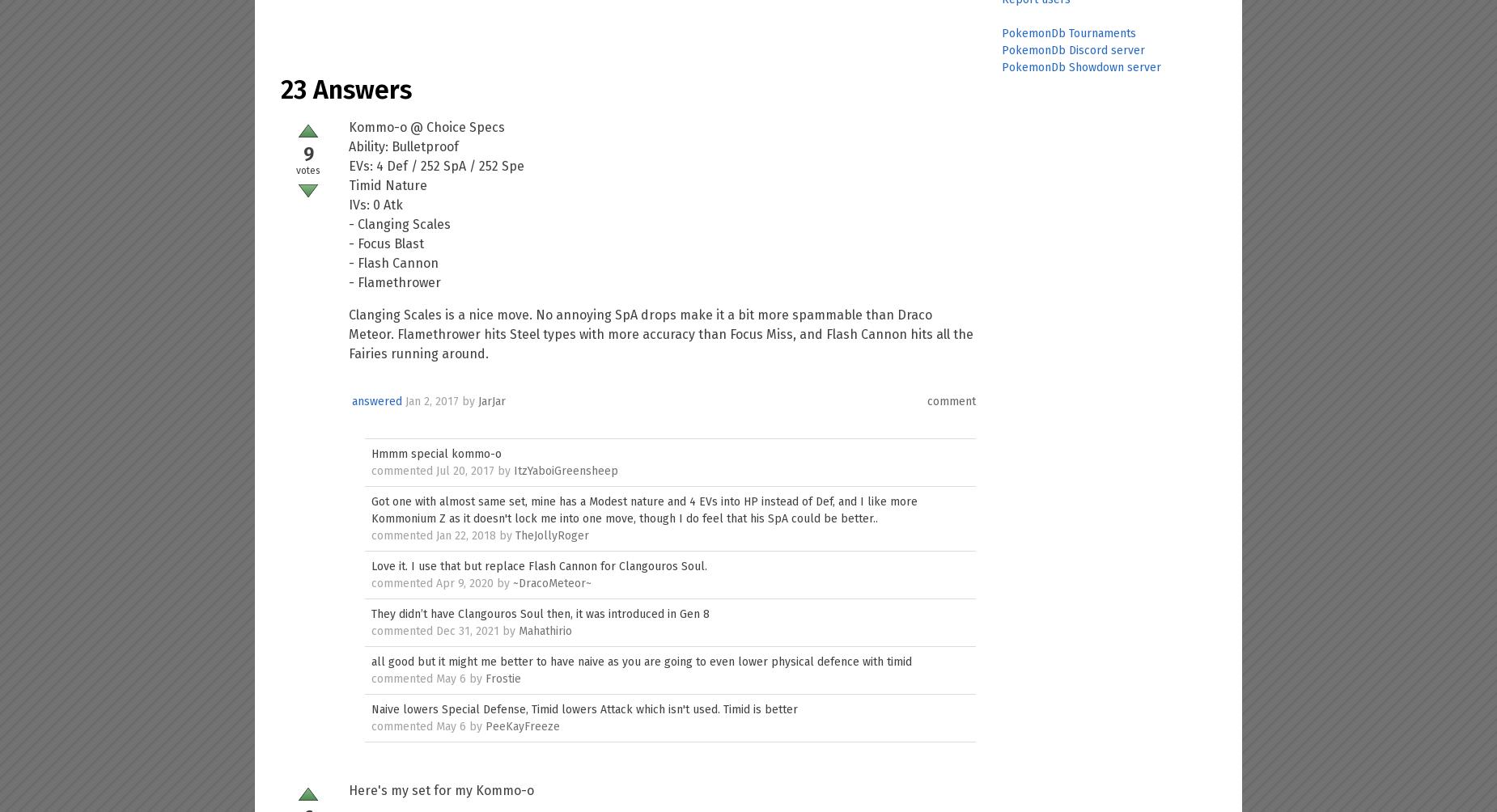 This screenshot has width=1497, height=812. Describe the element at coordinates (584, 709) in the screenshot. I see `'Naive lowers Special Defense, Timid lowers Attack which isn't used. Timid is better'` at that location.